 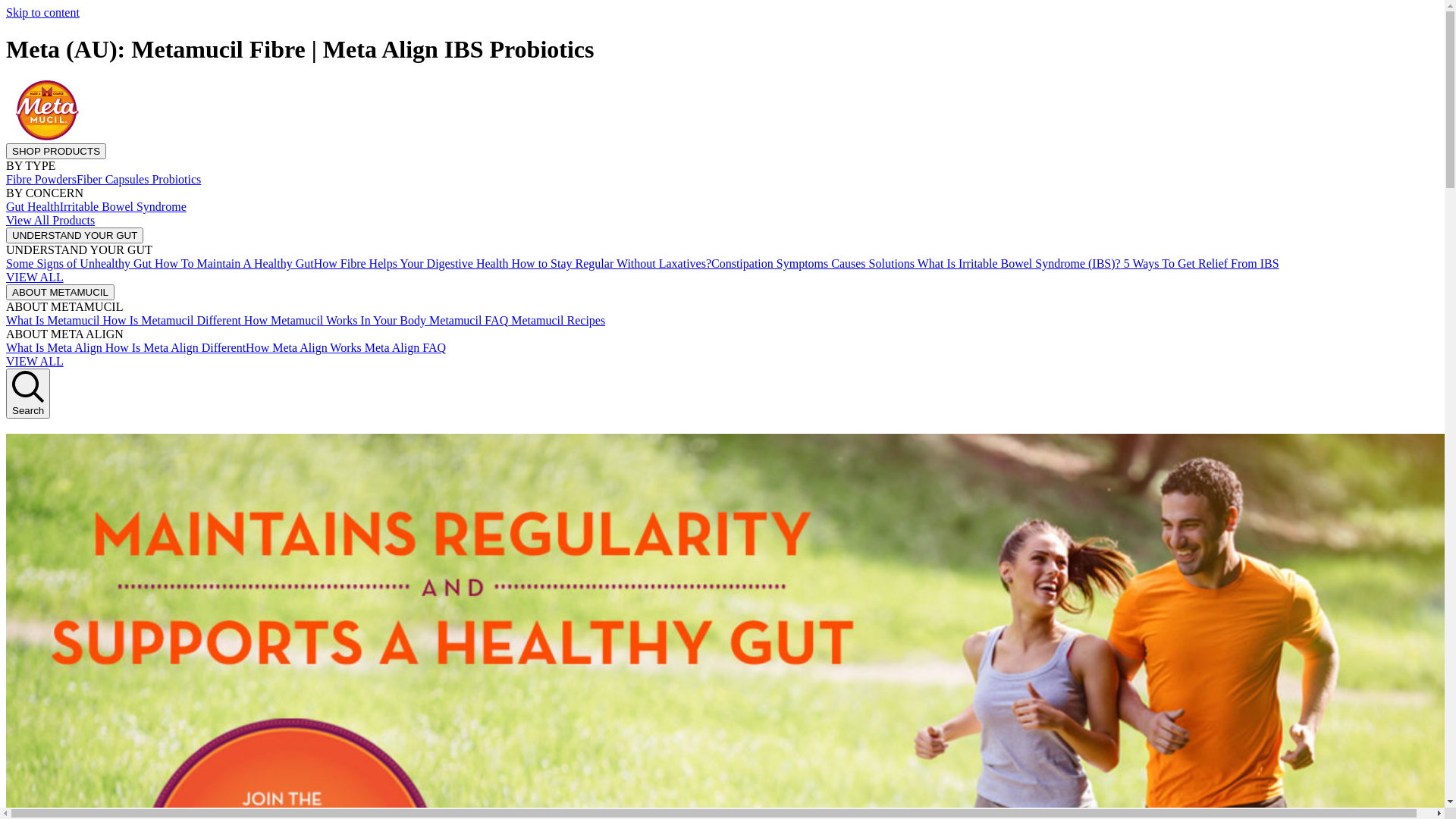 What do you see at coordinates (174, 347) in the screenshot?
I see `'How Is Meta Align Different'` at bounding box center [174, 347].